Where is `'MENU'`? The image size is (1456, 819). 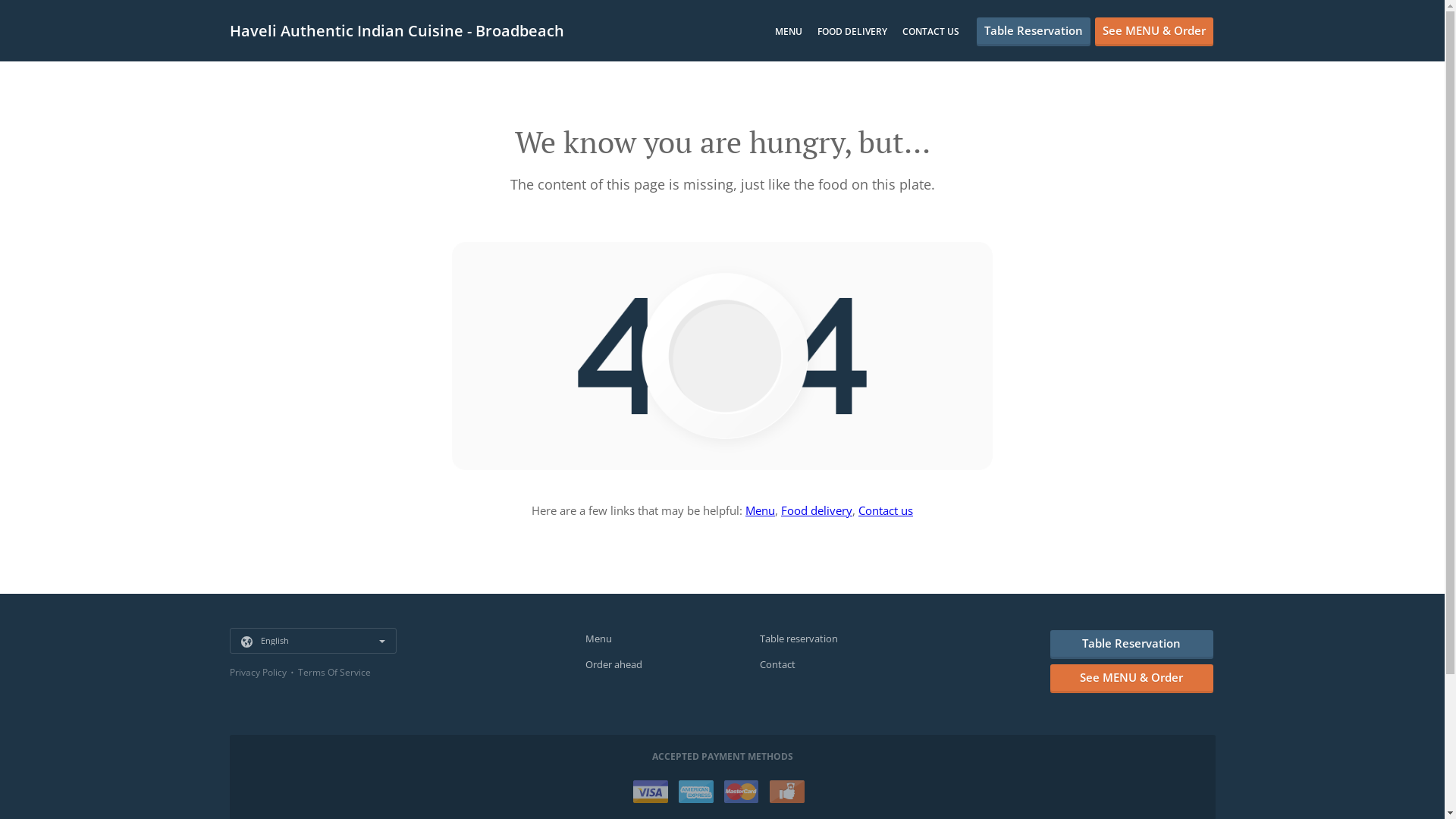 'MENU' is located at coordinates (789, 31).